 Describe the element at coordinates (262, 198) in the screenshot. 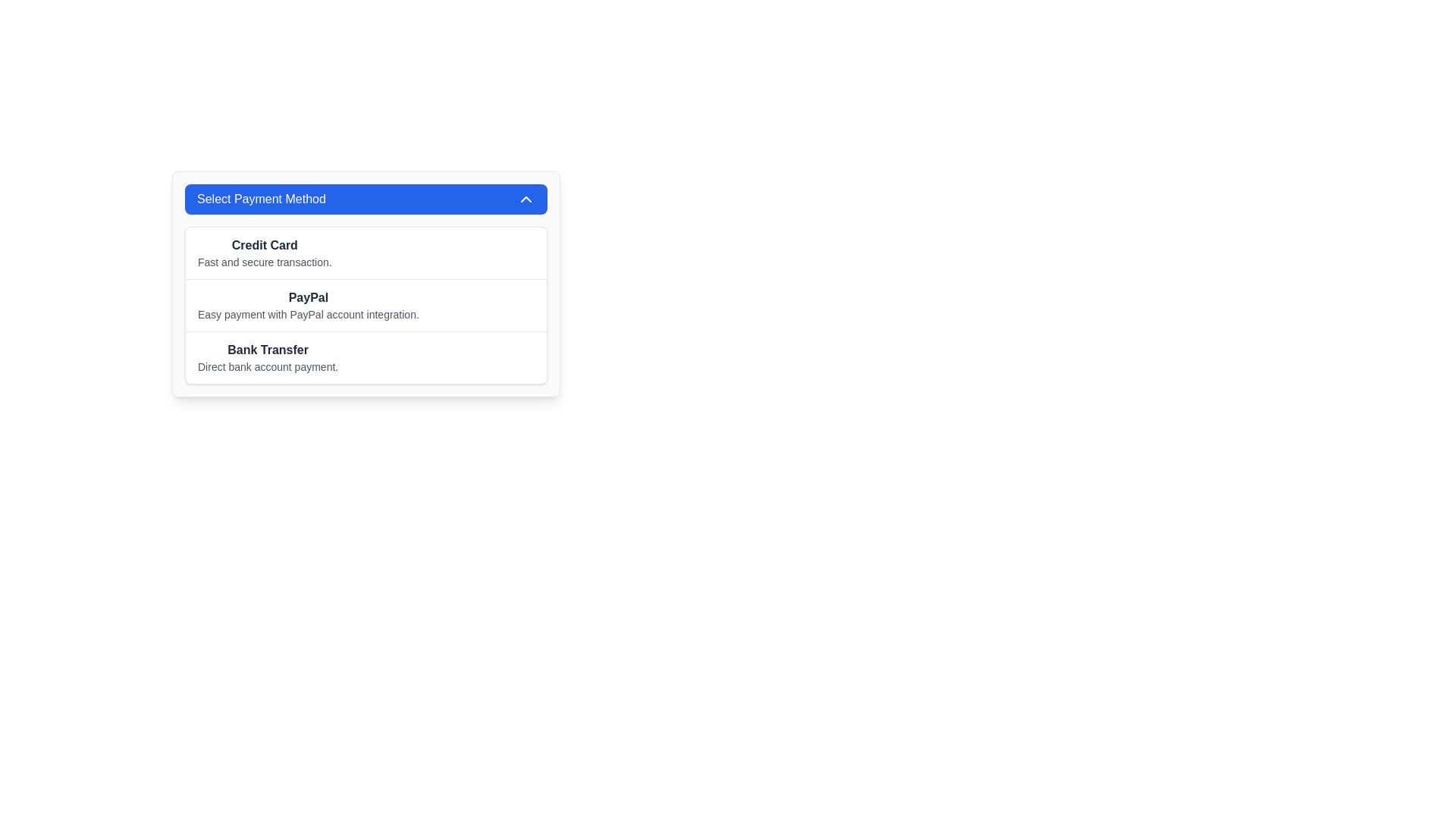

I see `the Text label that serves as the title for the payment method dropdown menu` at that location.